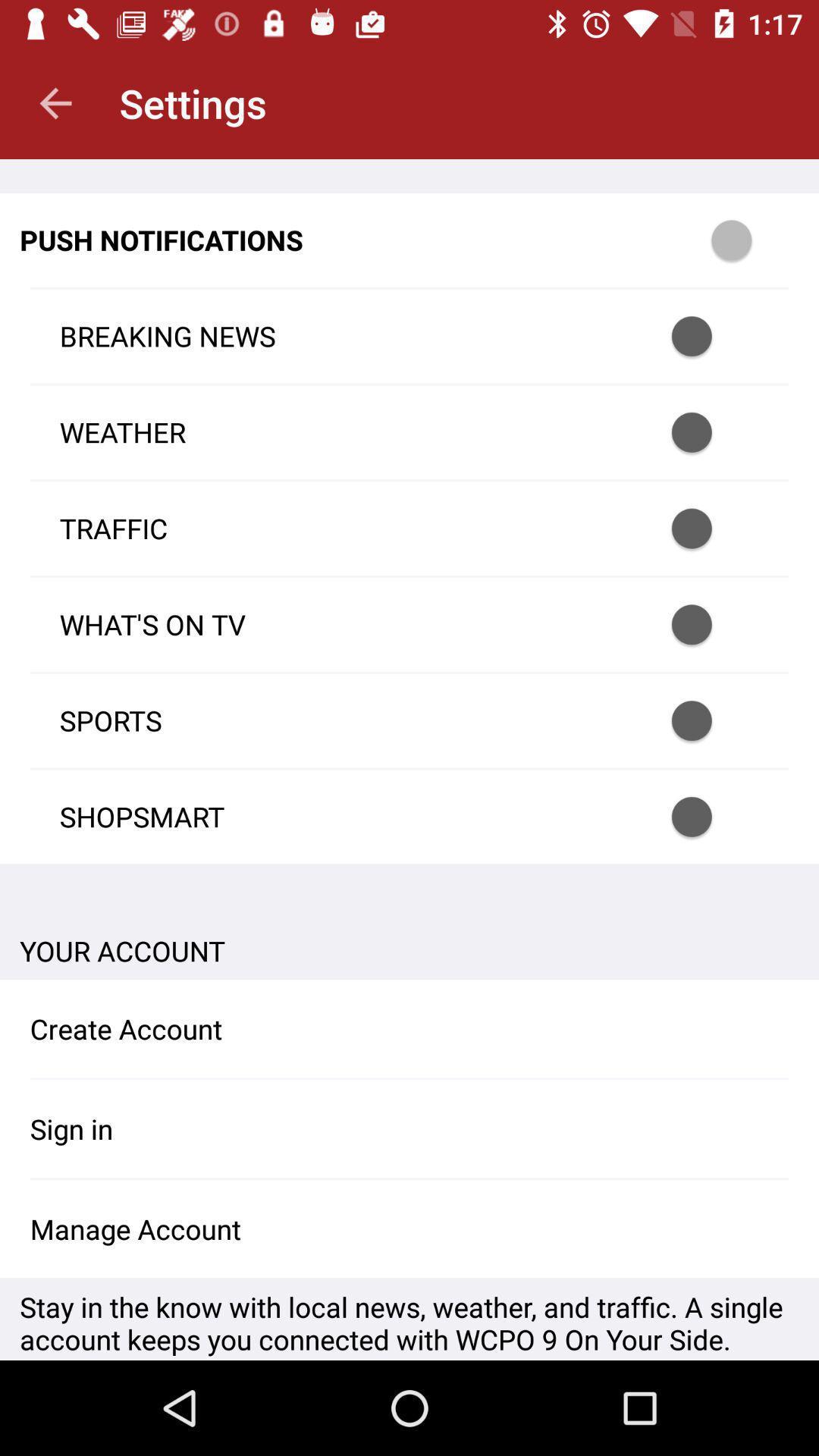 The image size is (819, 1456). What do you see at coordinates (711, 624) in the screenshot?
I see `turn on button` at bounding box center [711, 624].